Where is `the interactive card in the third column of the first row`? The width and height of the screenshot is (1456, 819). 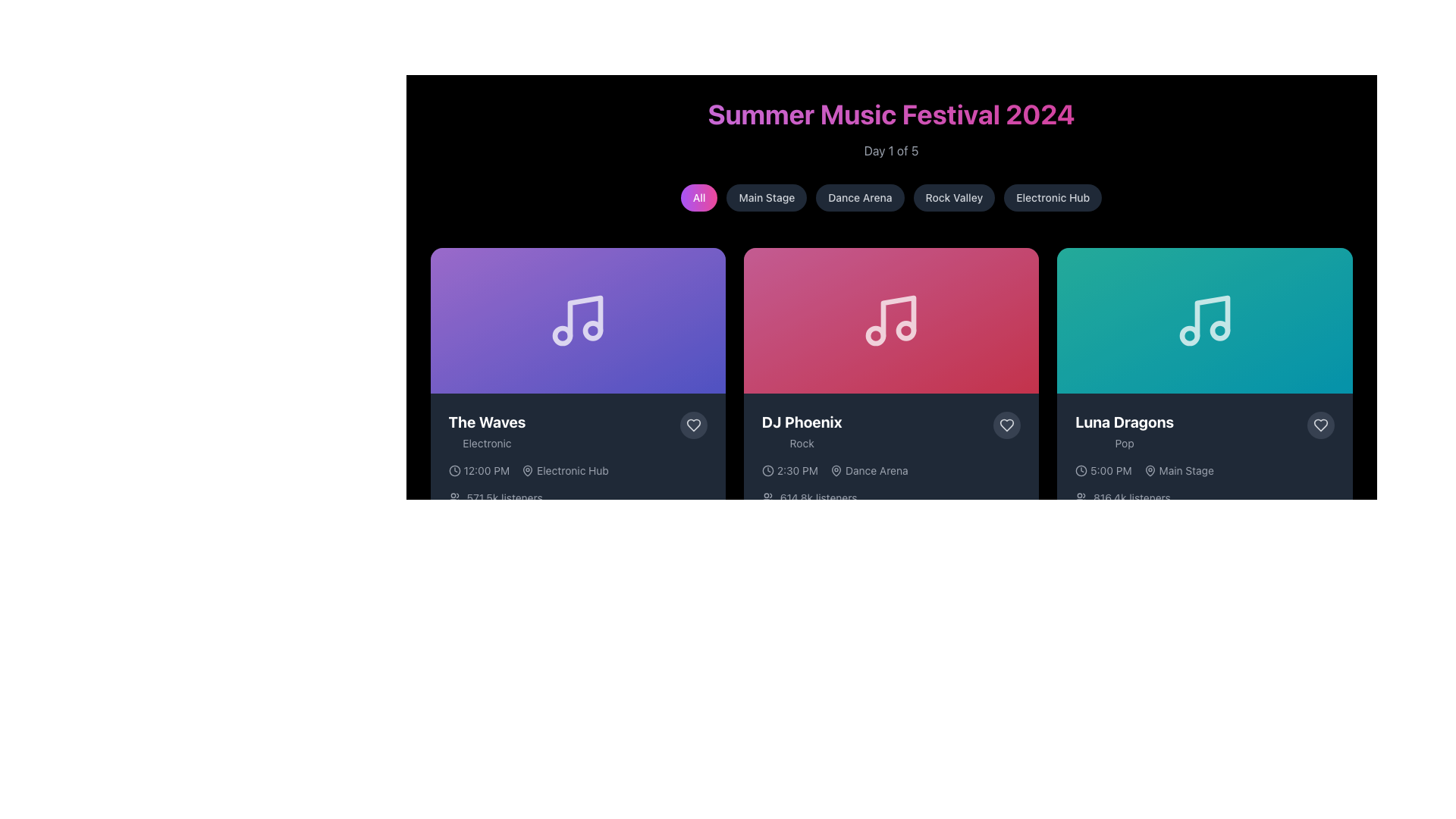 the interactive card in the third column of the first row is located at coordinates (1203, 409).